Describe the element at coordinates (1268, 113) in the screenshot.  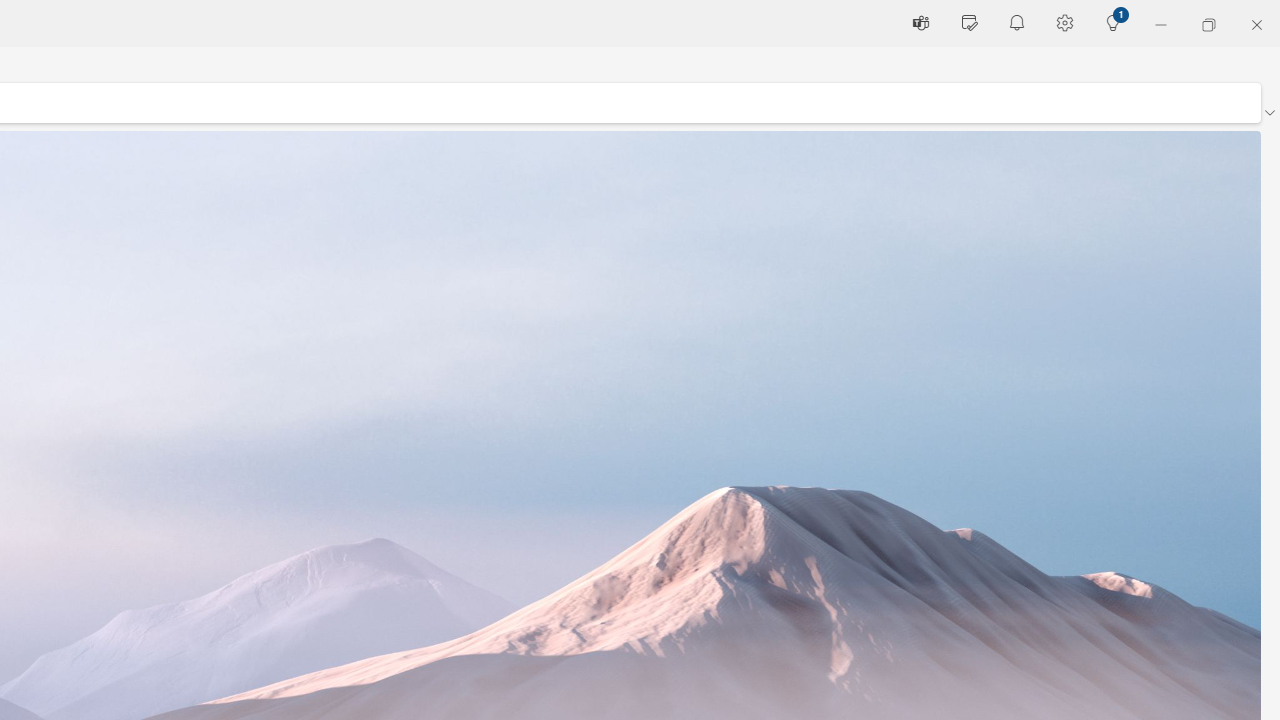
I see `'Ribbon display options'` at that location.